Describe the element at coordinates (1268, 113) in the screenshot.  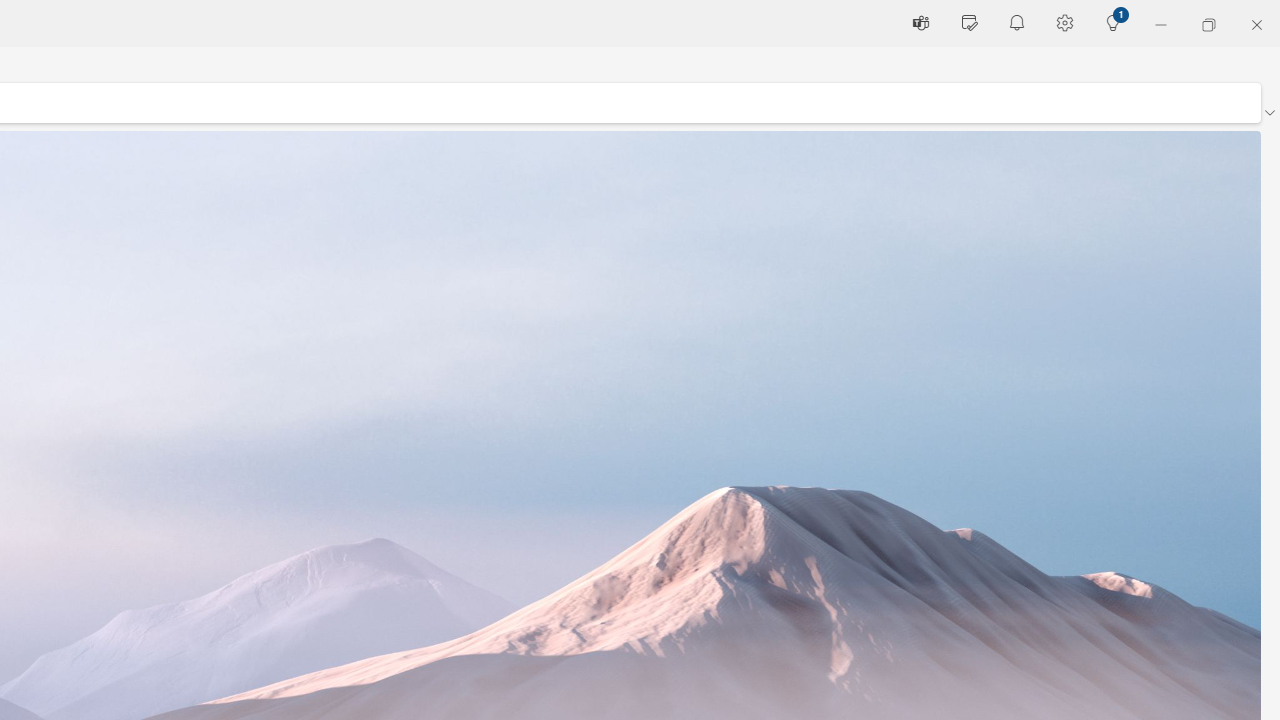
I see `'Ribbon display options'` at that location.